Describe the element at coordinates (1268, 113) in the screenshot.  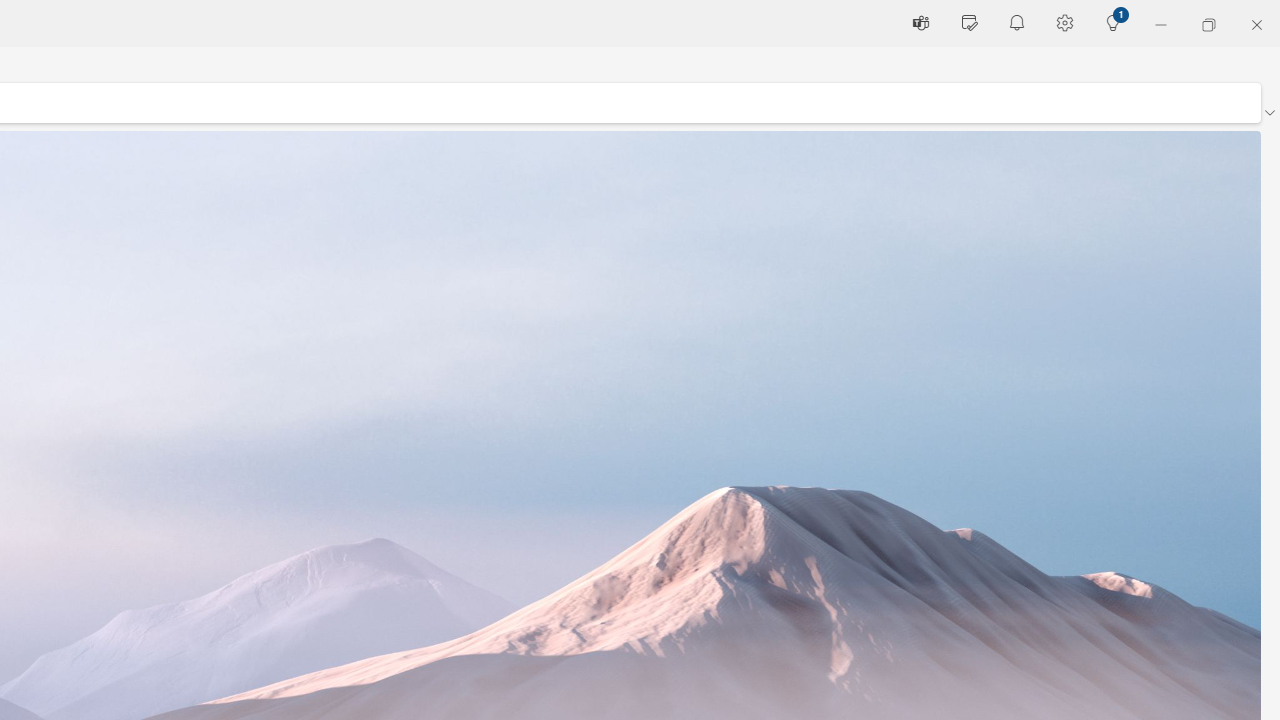
I see `'Ribbon display options'` at that location.